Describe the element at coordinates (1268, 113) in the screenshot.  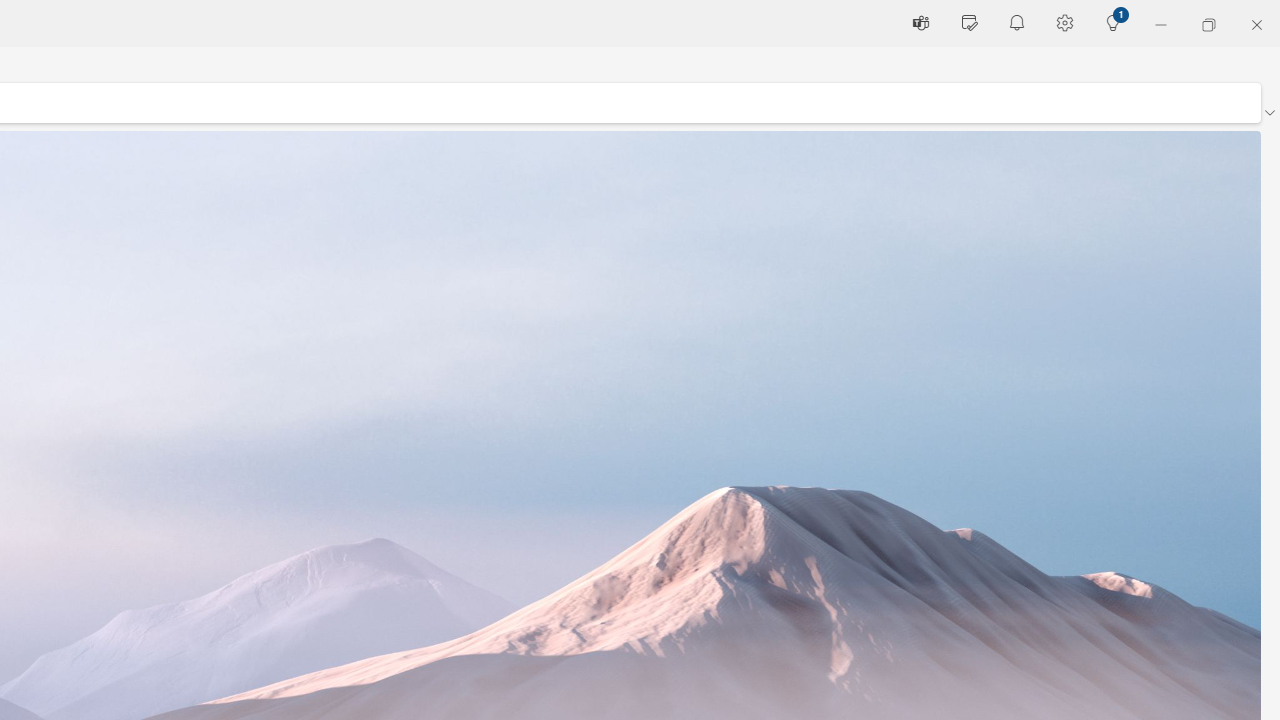
I see `'Ribbon display options'` at that location.